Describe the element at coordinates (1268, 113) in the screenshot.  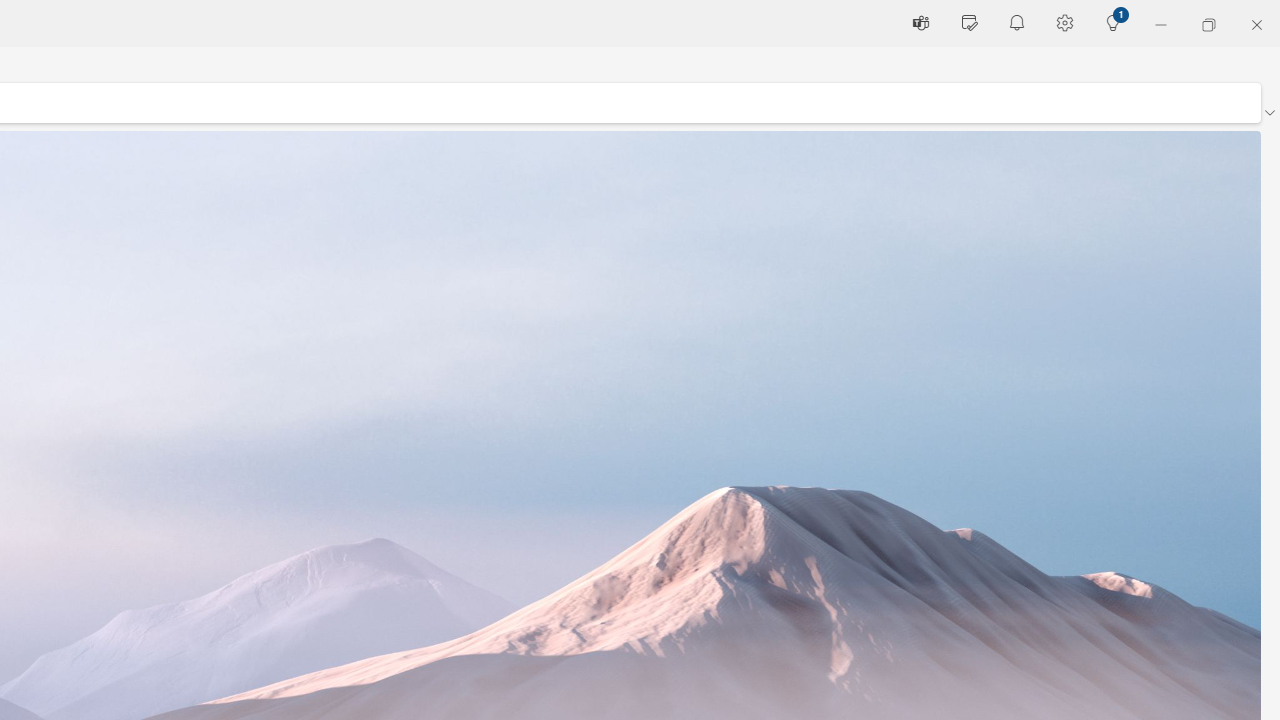
I see `'Ribbon display options'` at that location.